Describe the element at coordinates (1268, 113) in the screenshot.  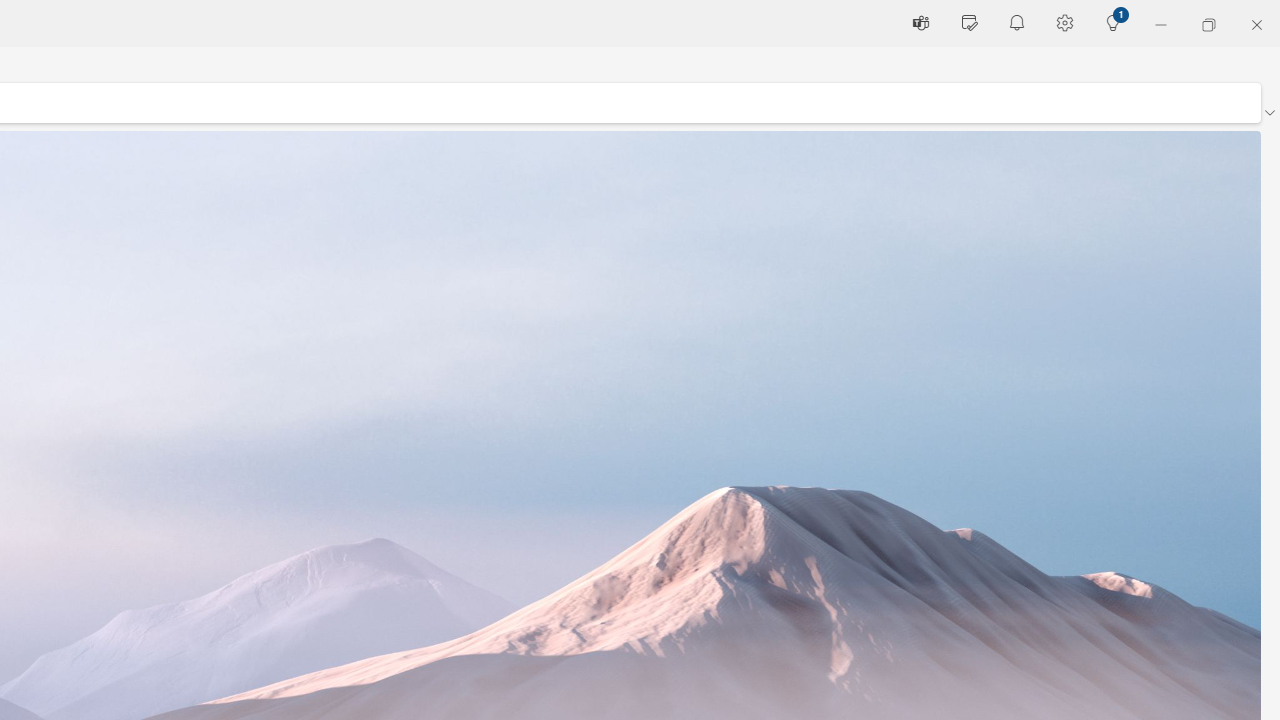
I see `'Ribbon display options'` at that location.